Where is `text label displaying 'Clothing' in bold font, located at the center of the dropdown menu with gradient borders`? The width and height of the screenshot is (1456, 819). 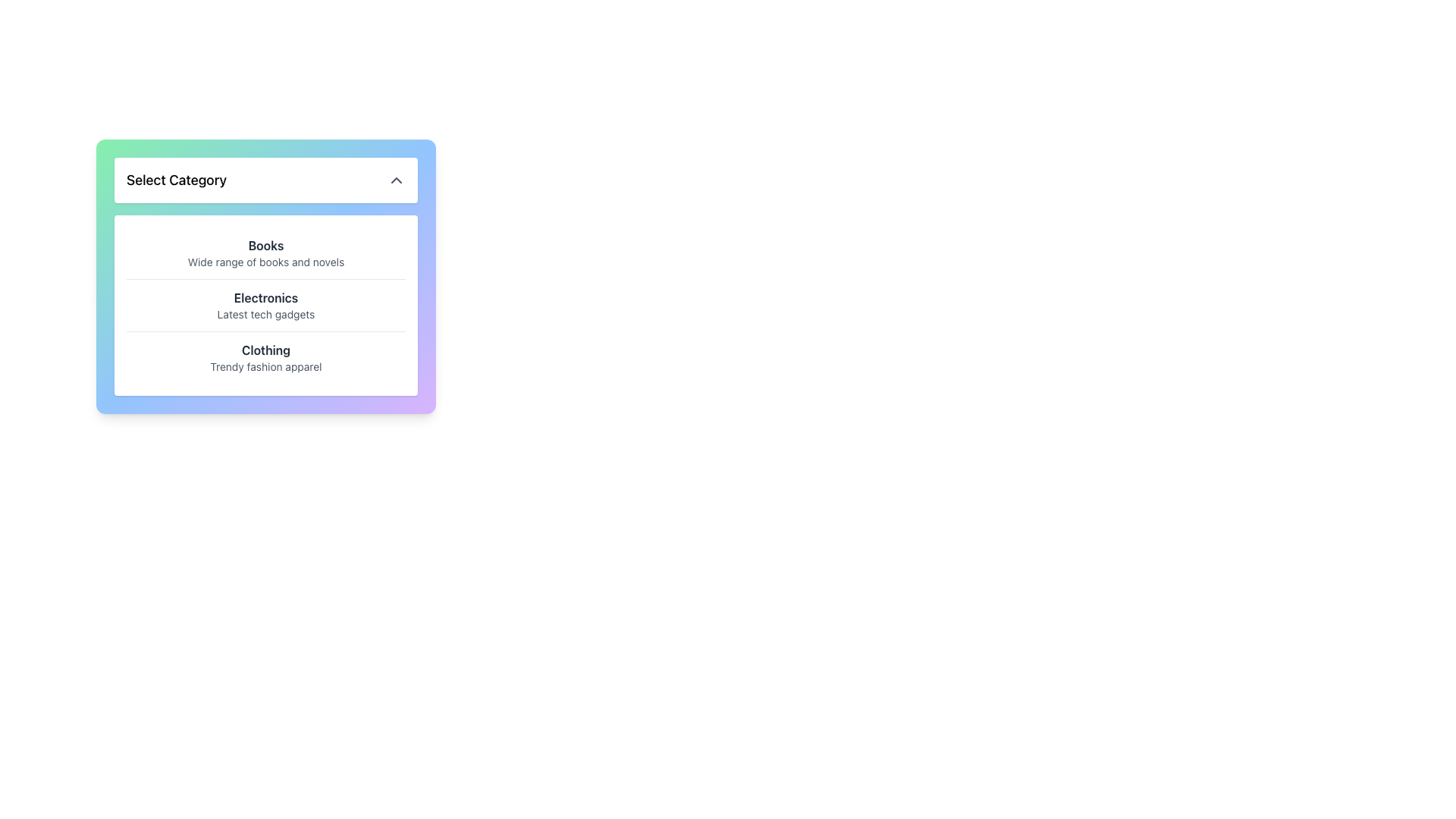 text label displaying 'Clothing' in bold font, located at the center of the dropdown menu with gradient borders is located at coordinates (265, 350).